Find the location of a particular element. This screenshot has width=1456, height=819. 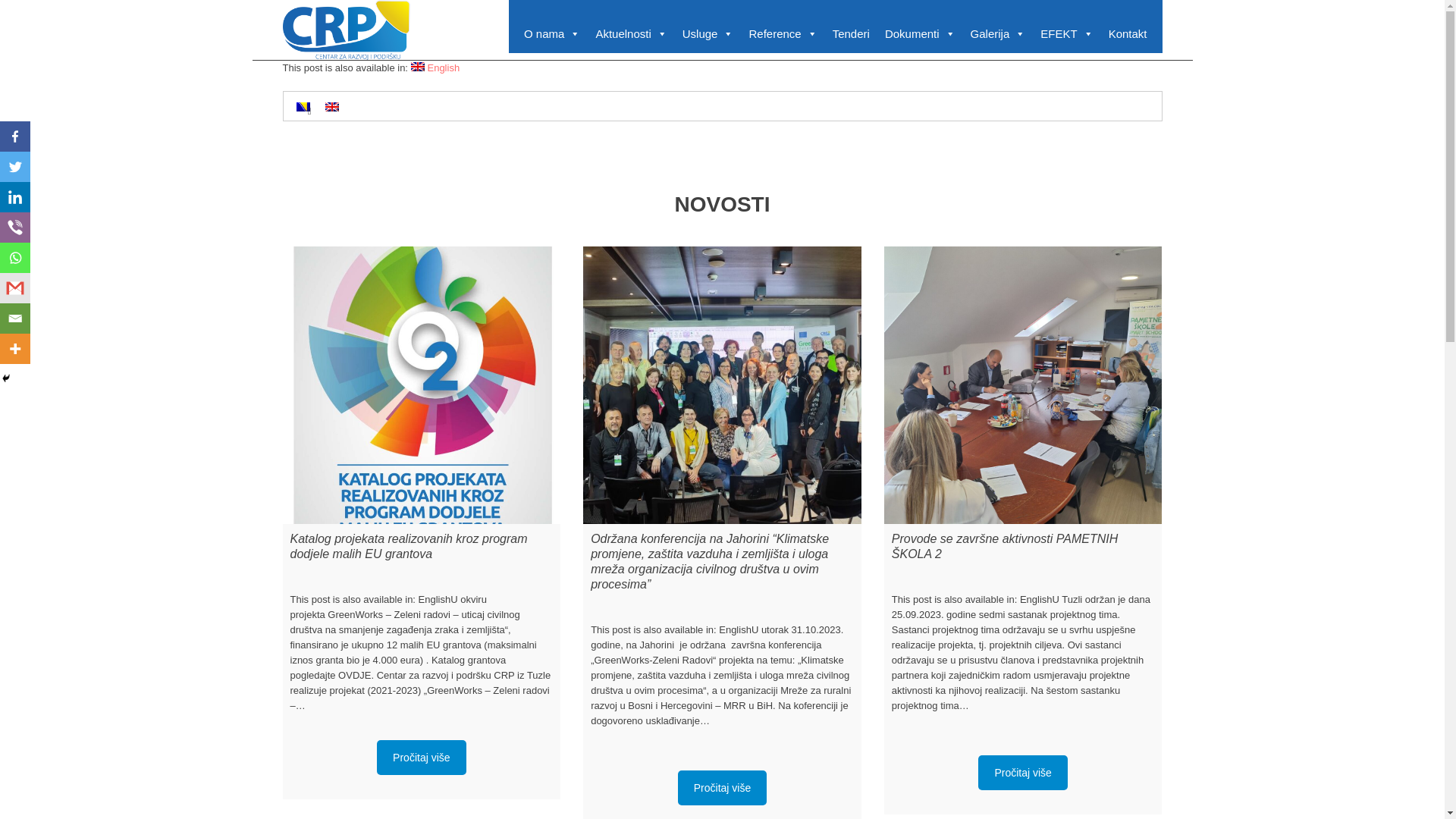

'EFEKT' is located at coordinates (1065, 34).